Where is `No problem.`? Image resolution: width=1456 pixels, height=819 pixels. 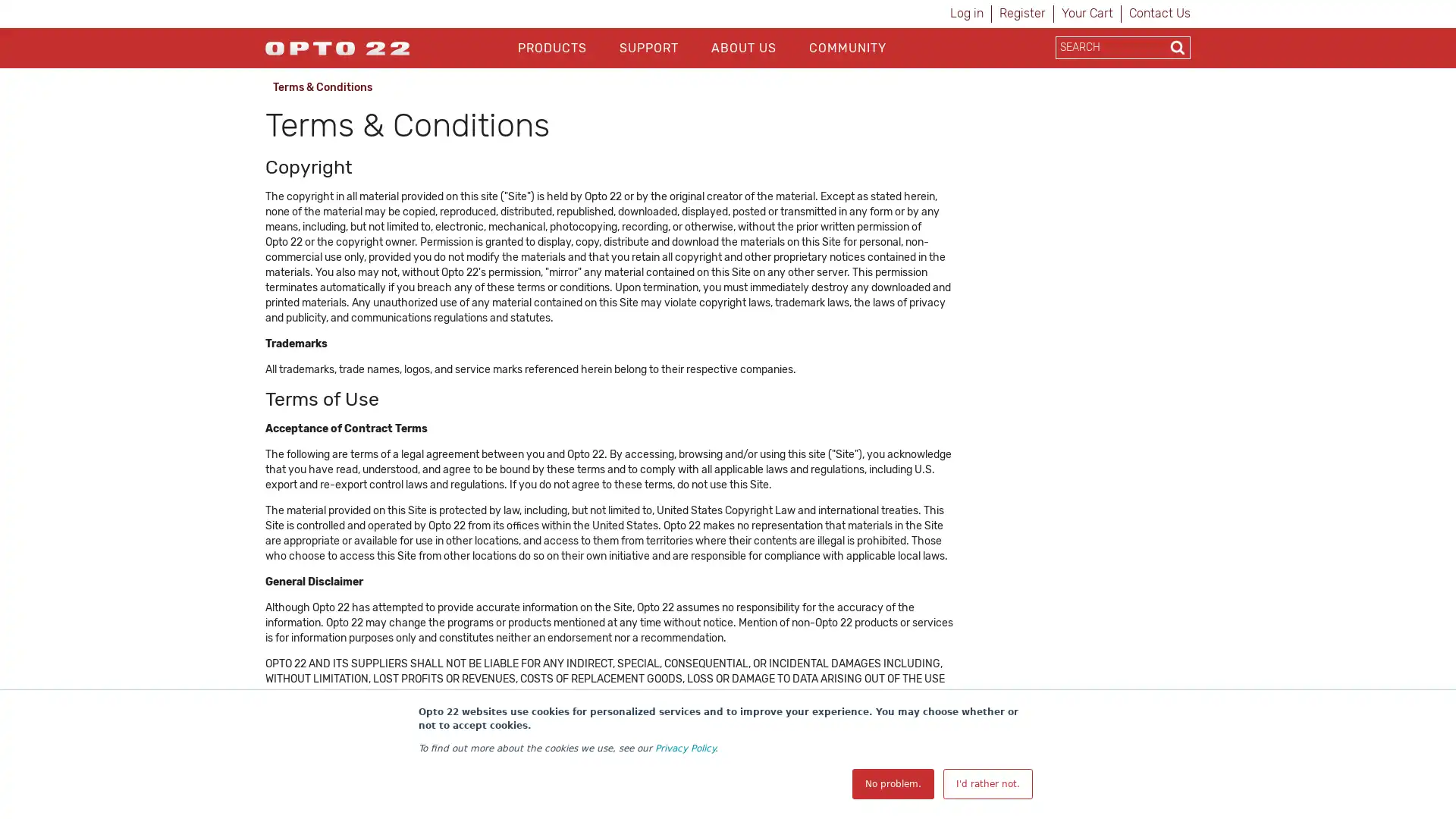
No problem. is located at coordinates (893, 783).